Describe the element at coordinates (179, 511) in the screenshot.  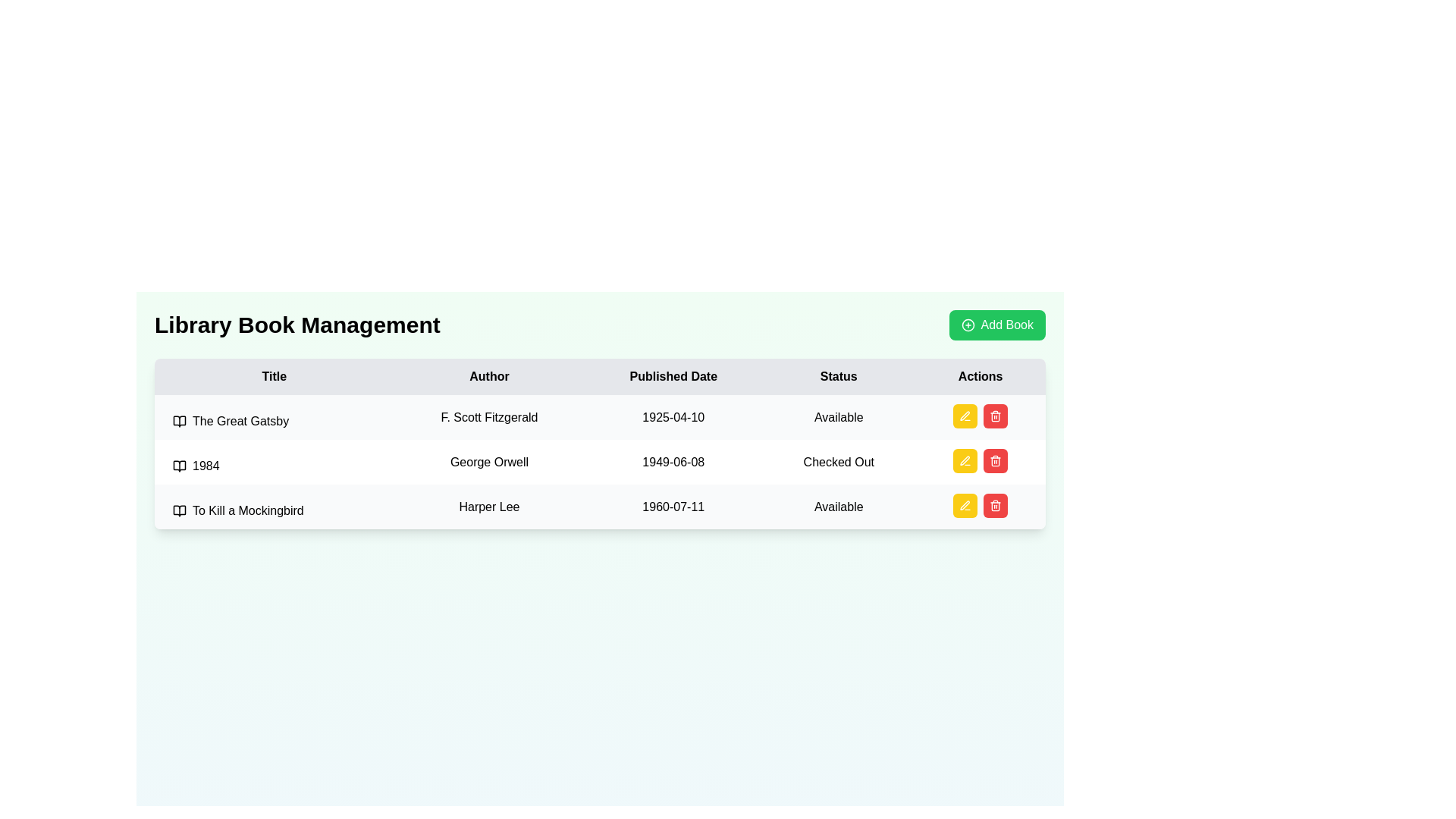
I see `the icon located at the leftmost side of the third row under the 'Title' column, which is adjacent to the text 'To Kill a Mockingbird'` at that location.